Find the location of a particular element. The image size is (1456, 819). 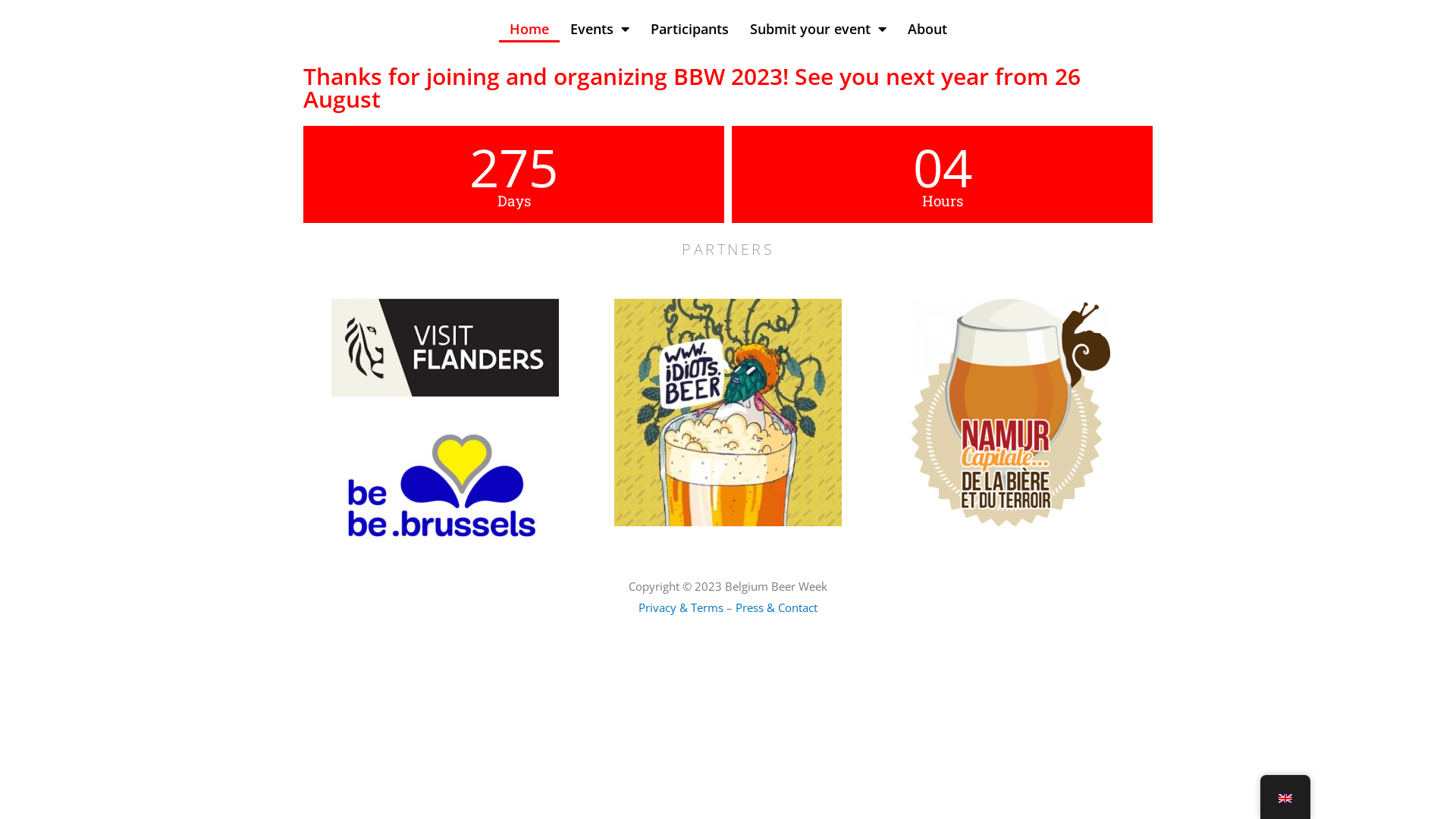

'About' is located at coordinates (926, 29).